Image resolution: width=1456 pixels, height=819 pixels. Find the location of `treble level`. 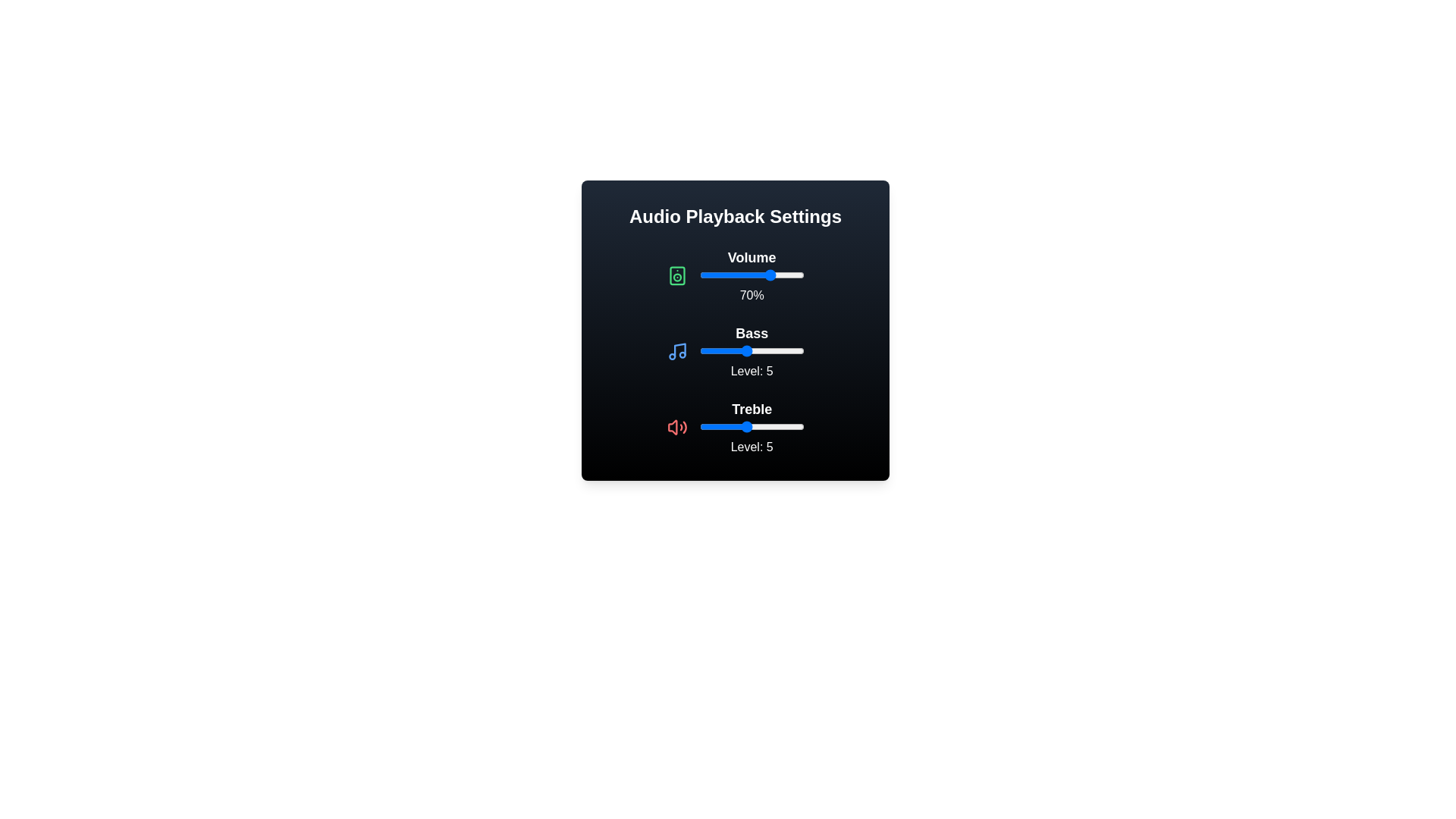

treble level is located at coordinates (698, 427).